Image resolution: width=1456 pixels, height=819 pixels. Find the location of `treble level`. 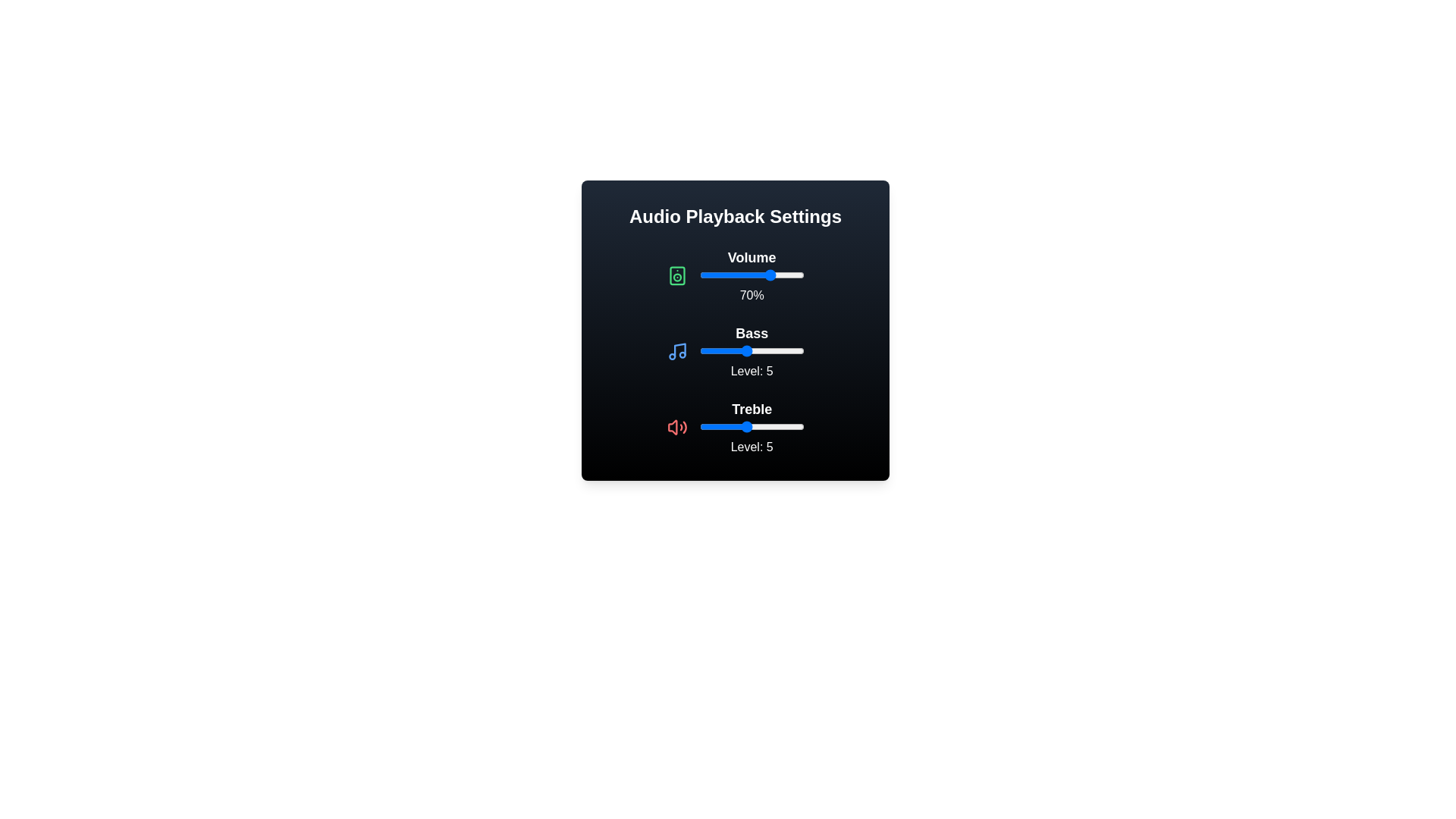

treble level is located at coordinates (698, 427).